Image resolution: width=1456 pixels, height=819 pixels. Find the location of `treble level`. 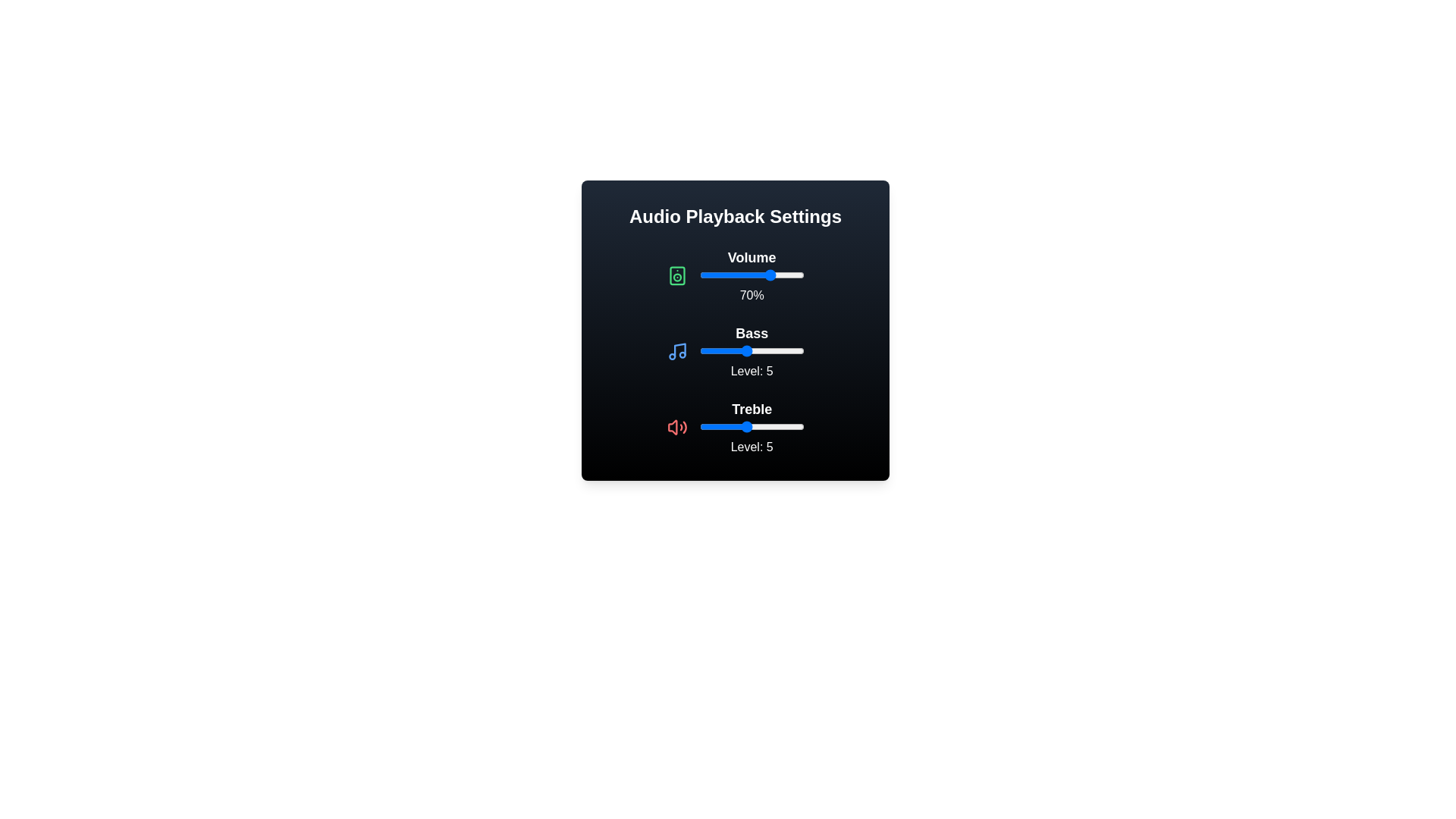

treble level is located at coordinates (698, 427).